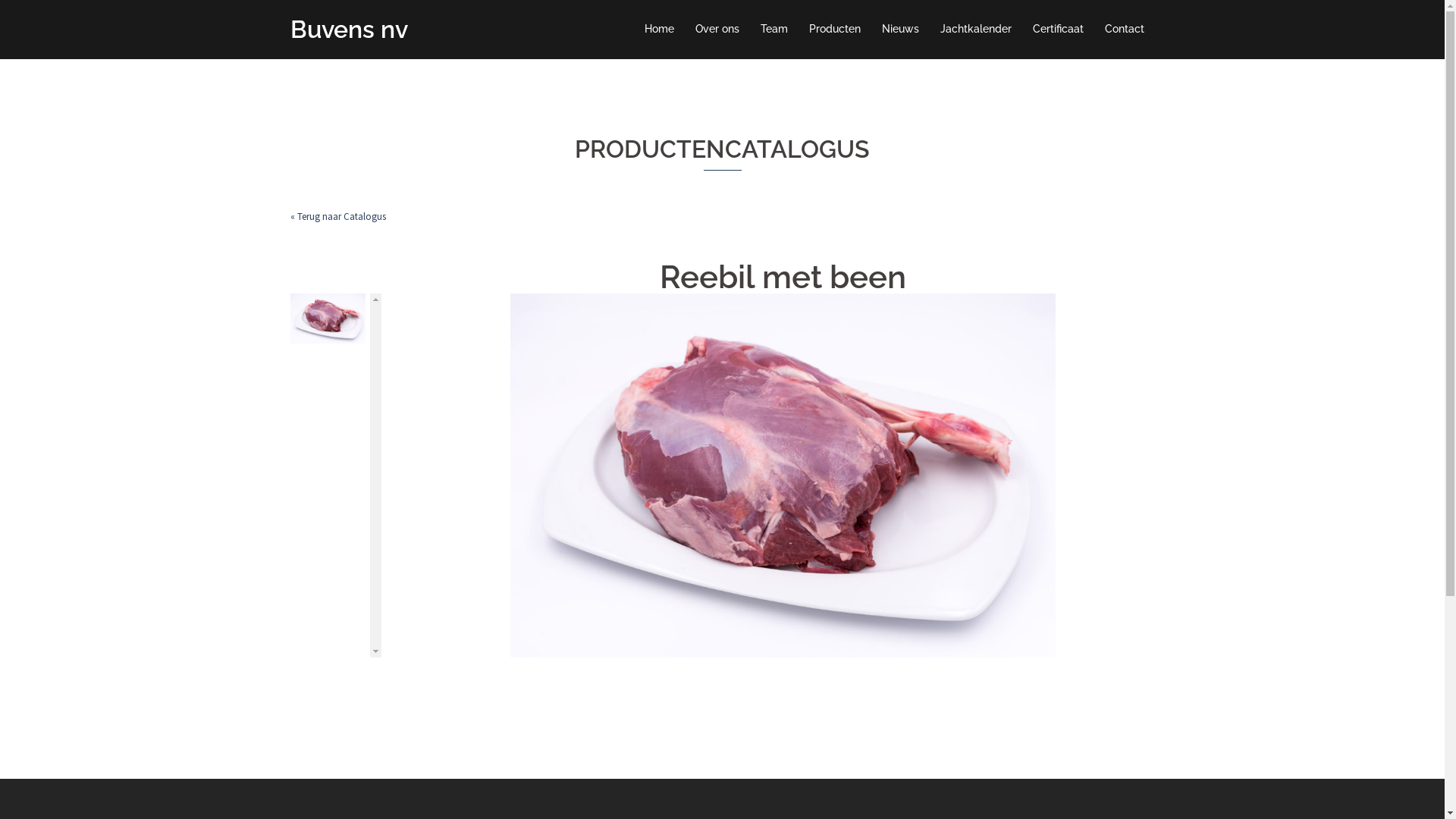  Describe the element at coordinates (833, 29) in the screenshot. I see `'Producten'` at that location.